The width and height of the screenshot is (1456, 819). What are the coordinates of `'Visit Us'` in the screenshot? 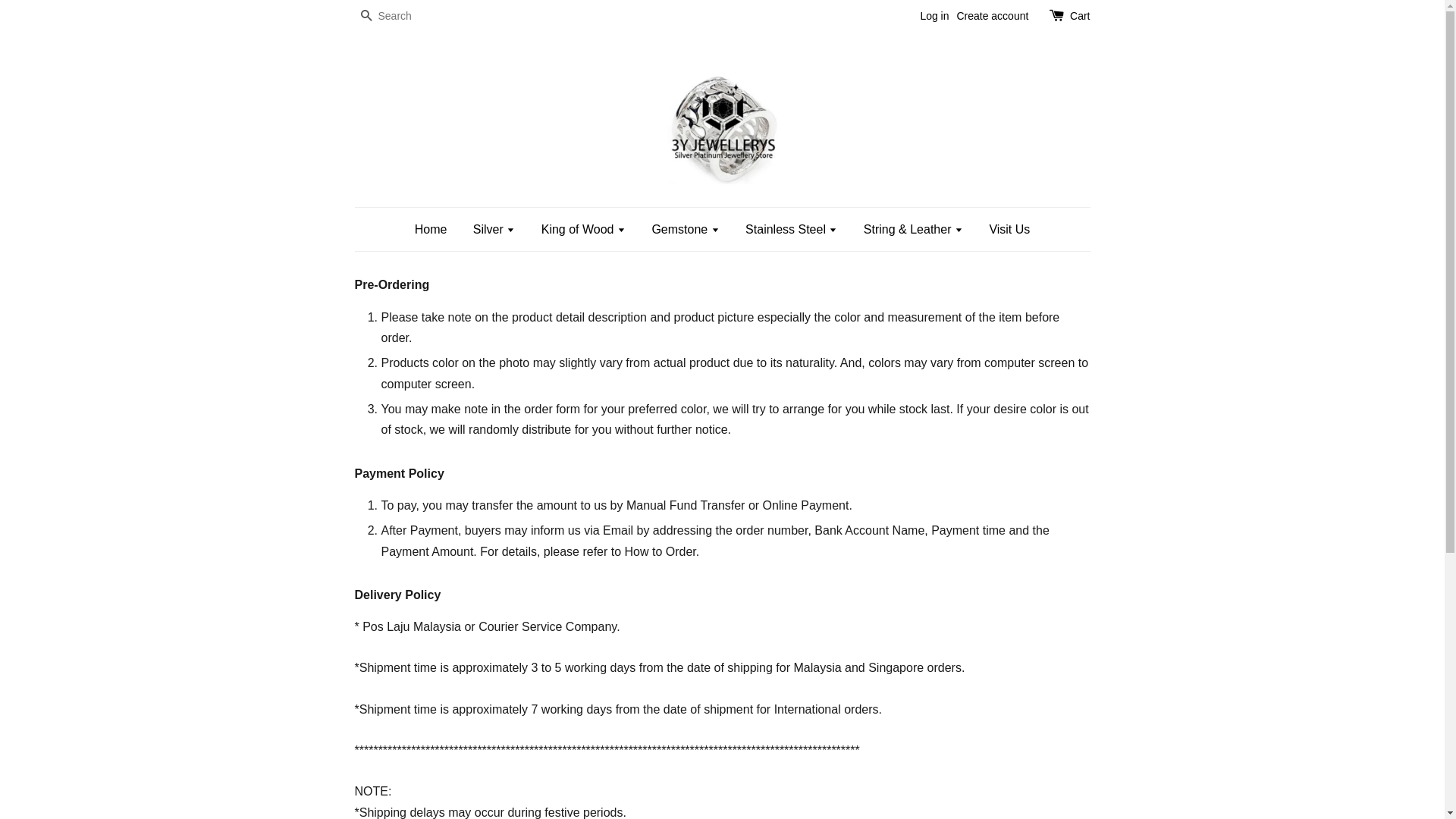 It's located at (1003, 229).